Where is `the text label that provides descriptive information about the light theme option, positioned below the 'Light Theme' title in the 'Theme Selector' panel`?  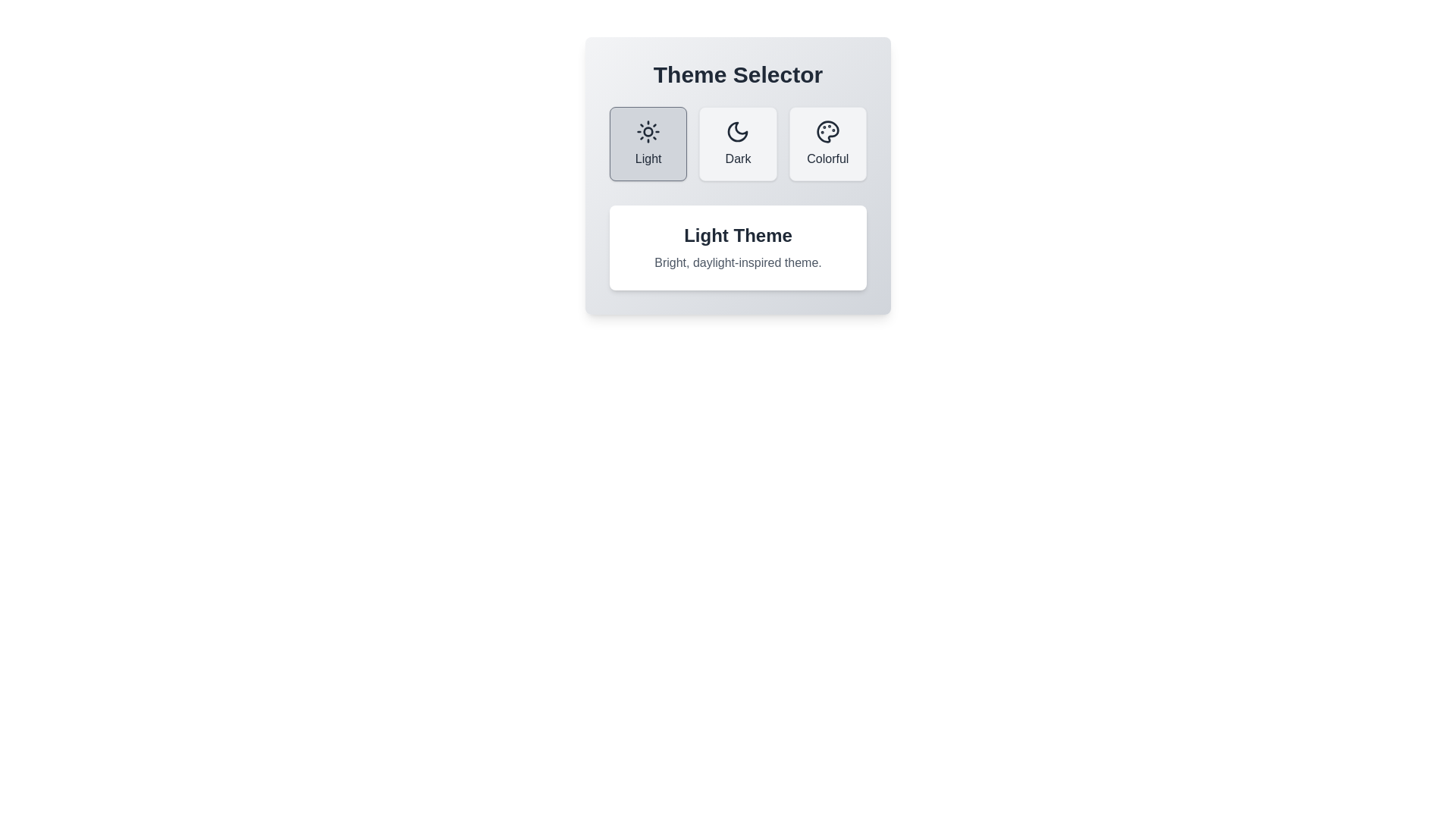 the text label that provides descriptive information about the light theme option, positioned below the 'Light Theme' title in the 'Theme Selector' panel is located at coordinates (738, 262).